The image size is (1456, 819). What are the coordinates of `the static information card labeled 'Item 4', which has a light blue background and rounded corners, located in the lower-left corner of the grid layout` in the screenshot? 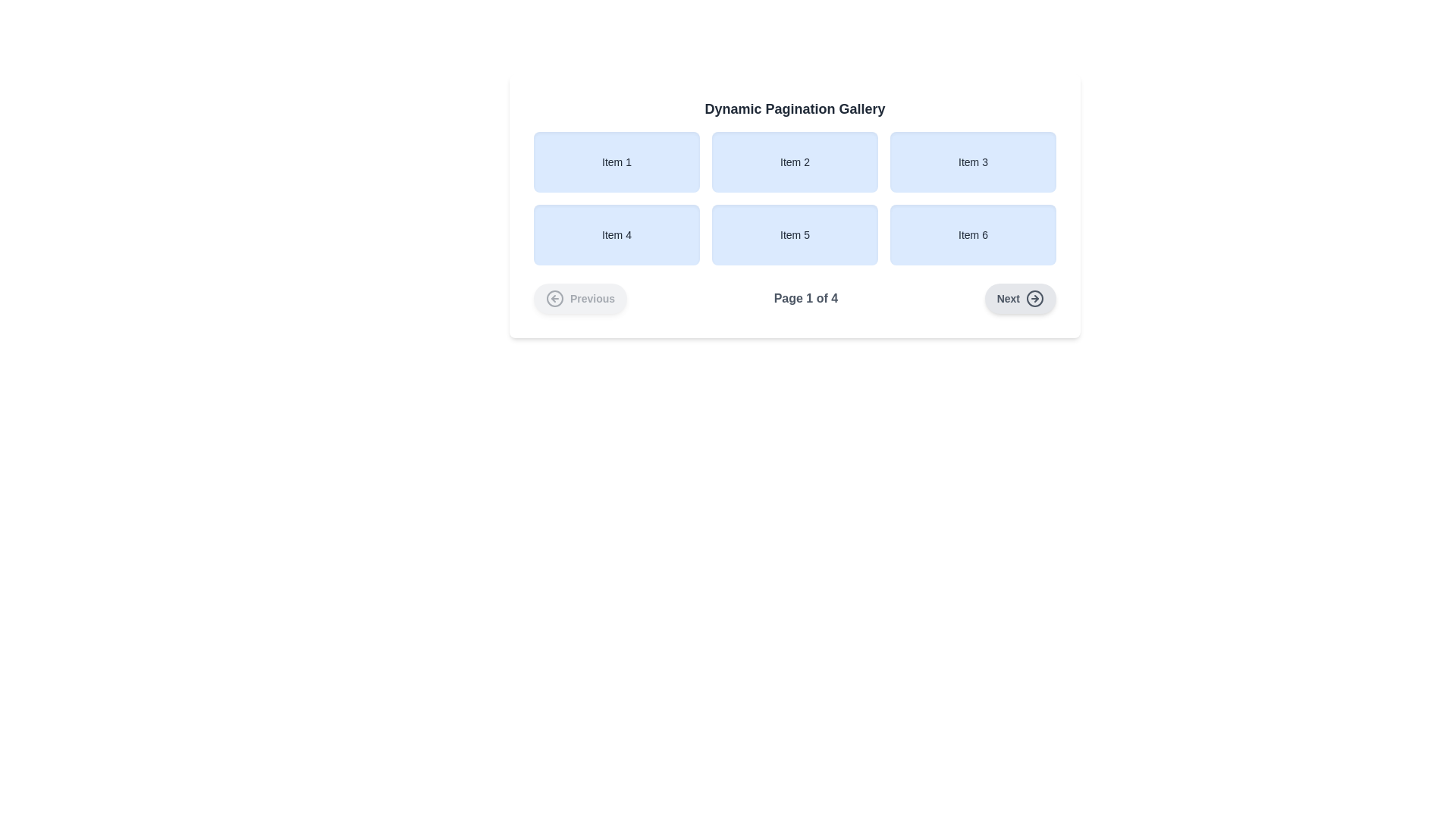 It's located at (617, 234).